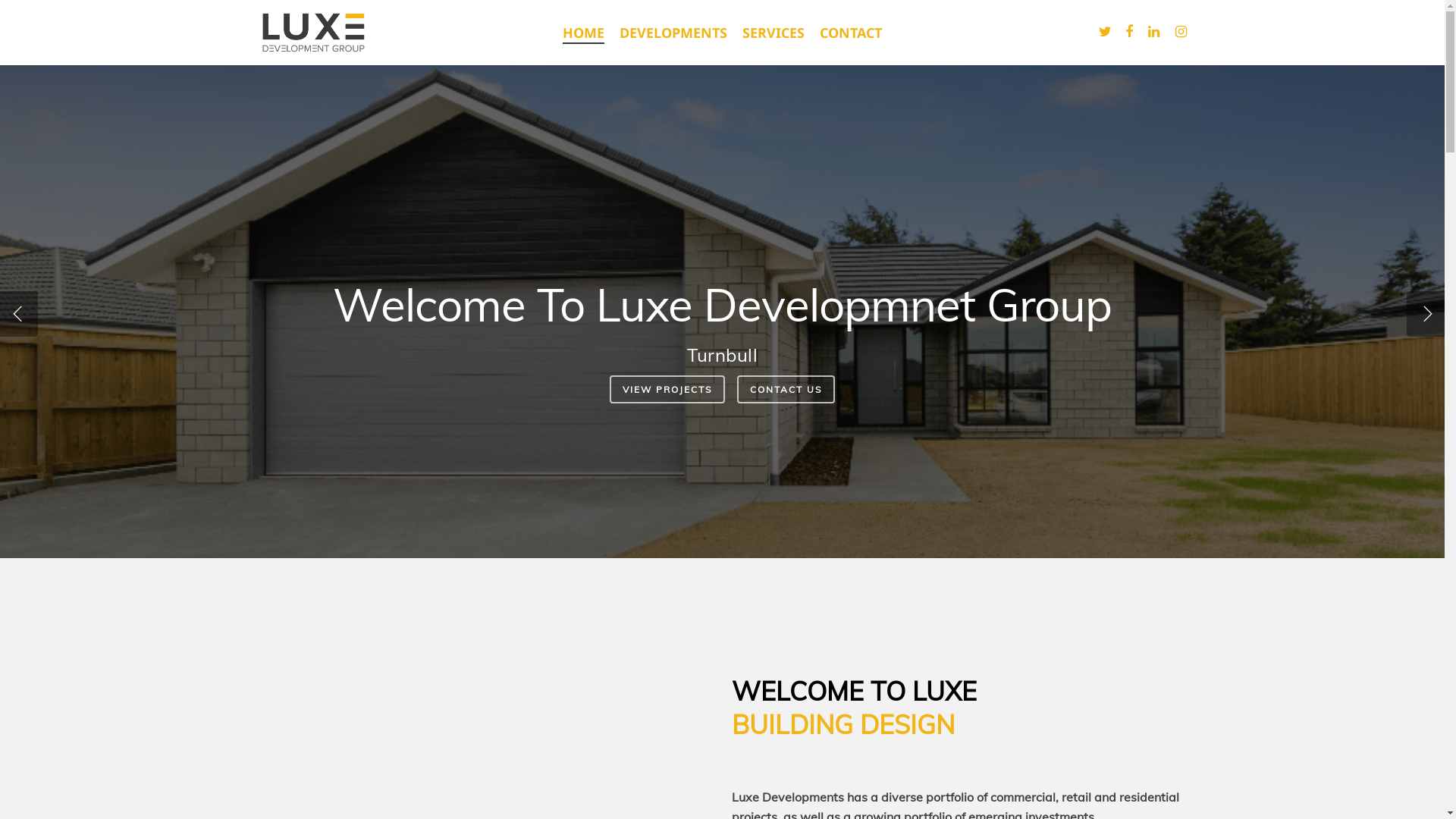 The width and height of the screenshot is (1456, 819). What do you see at coordinates (851, 32) in the screenshot?
I see `'CONTACT'` at bounding box center [851, 32].